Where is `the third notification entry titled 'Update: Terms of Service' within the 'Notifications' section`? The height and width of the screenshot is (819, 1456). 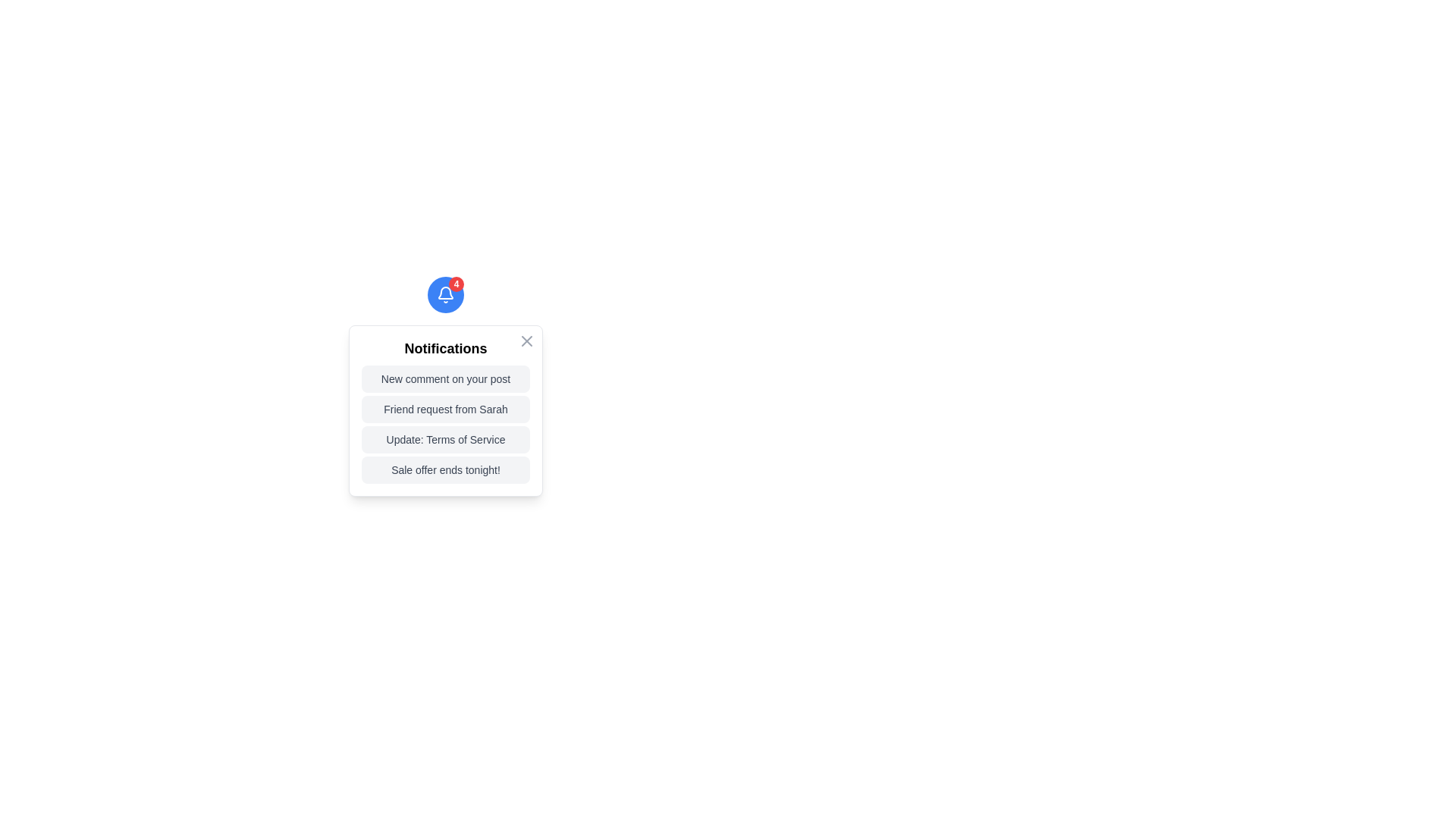 the third notification entry titled 'Update: Terms of Service' within the 'Notifications' section is located at coordinates (445, 424).